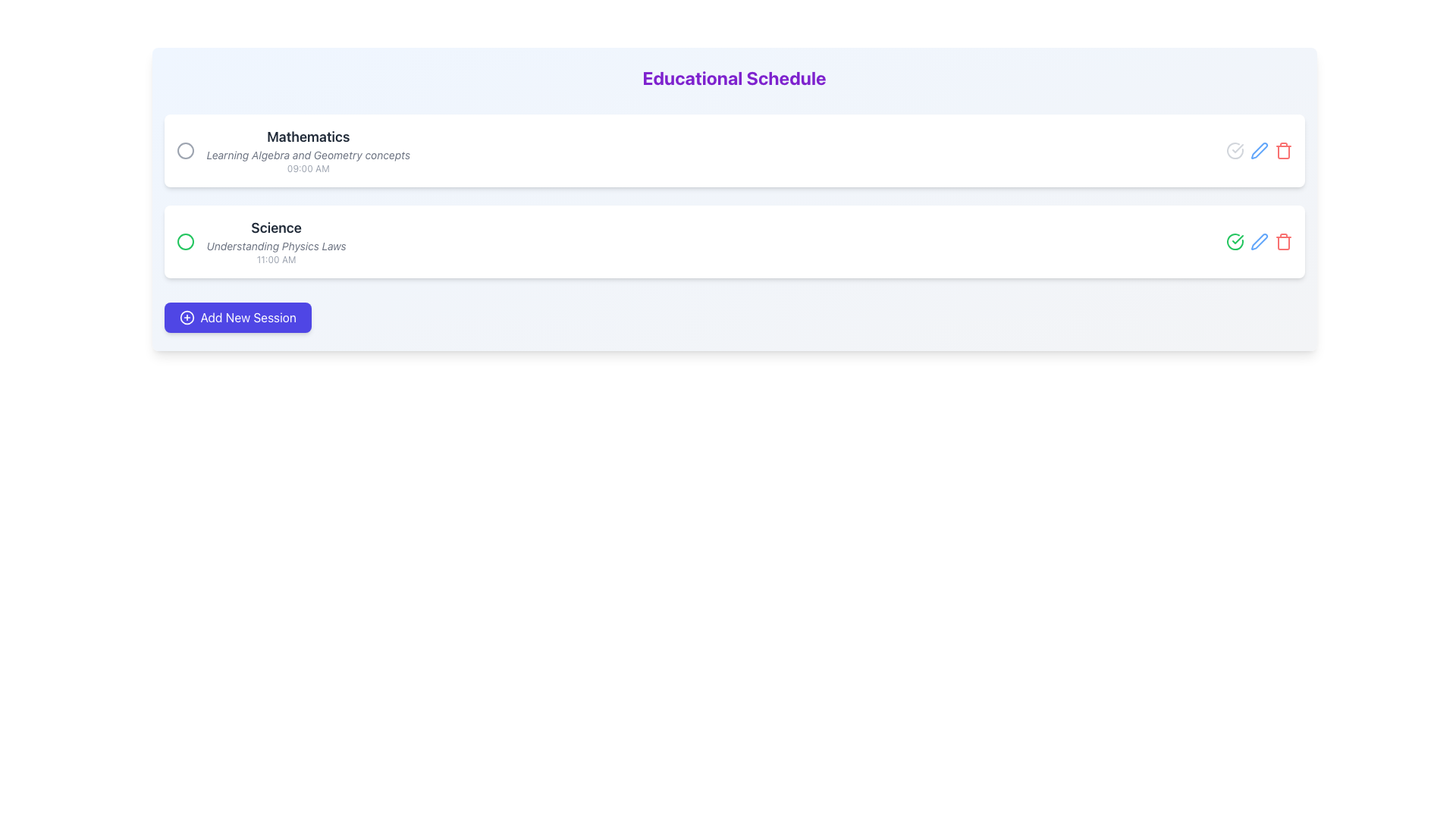 The image size is (1456, 819). I want to click on the text label displaying '11:00 AM', which is located below the italicized subtitle 'Understanding Physics Laws', so click(276, 259).